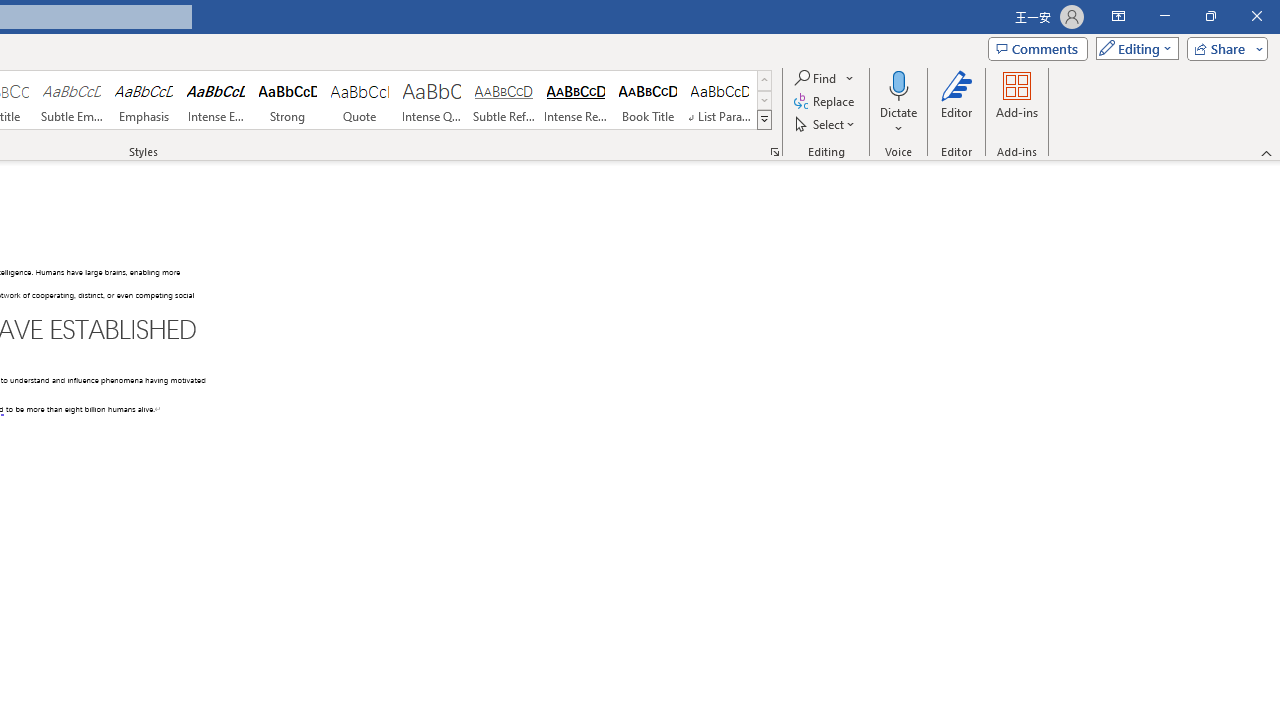 The width and height of the screenshot is (1280, 720). I want to click on 'Strong', so click(287, 100).